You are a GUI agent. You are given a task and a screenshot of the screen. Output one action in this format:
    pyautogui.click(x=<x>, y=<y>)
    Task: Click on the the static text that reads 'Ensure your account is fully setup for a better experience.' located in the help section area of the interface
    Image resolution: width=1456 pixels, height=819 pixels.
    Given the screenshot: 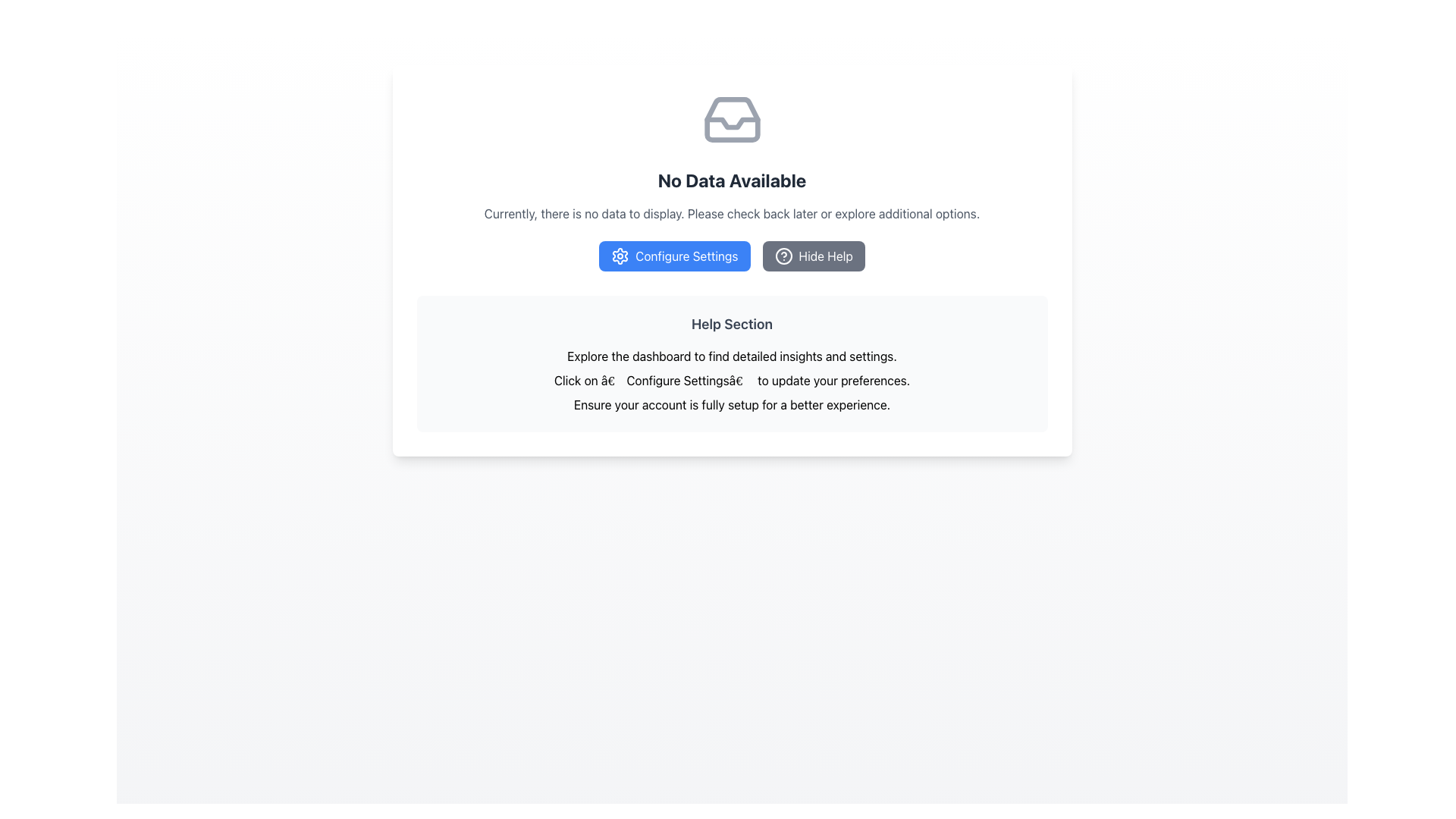 What is the action you would take?
    pyautogui.click(x=732, y=403)
    